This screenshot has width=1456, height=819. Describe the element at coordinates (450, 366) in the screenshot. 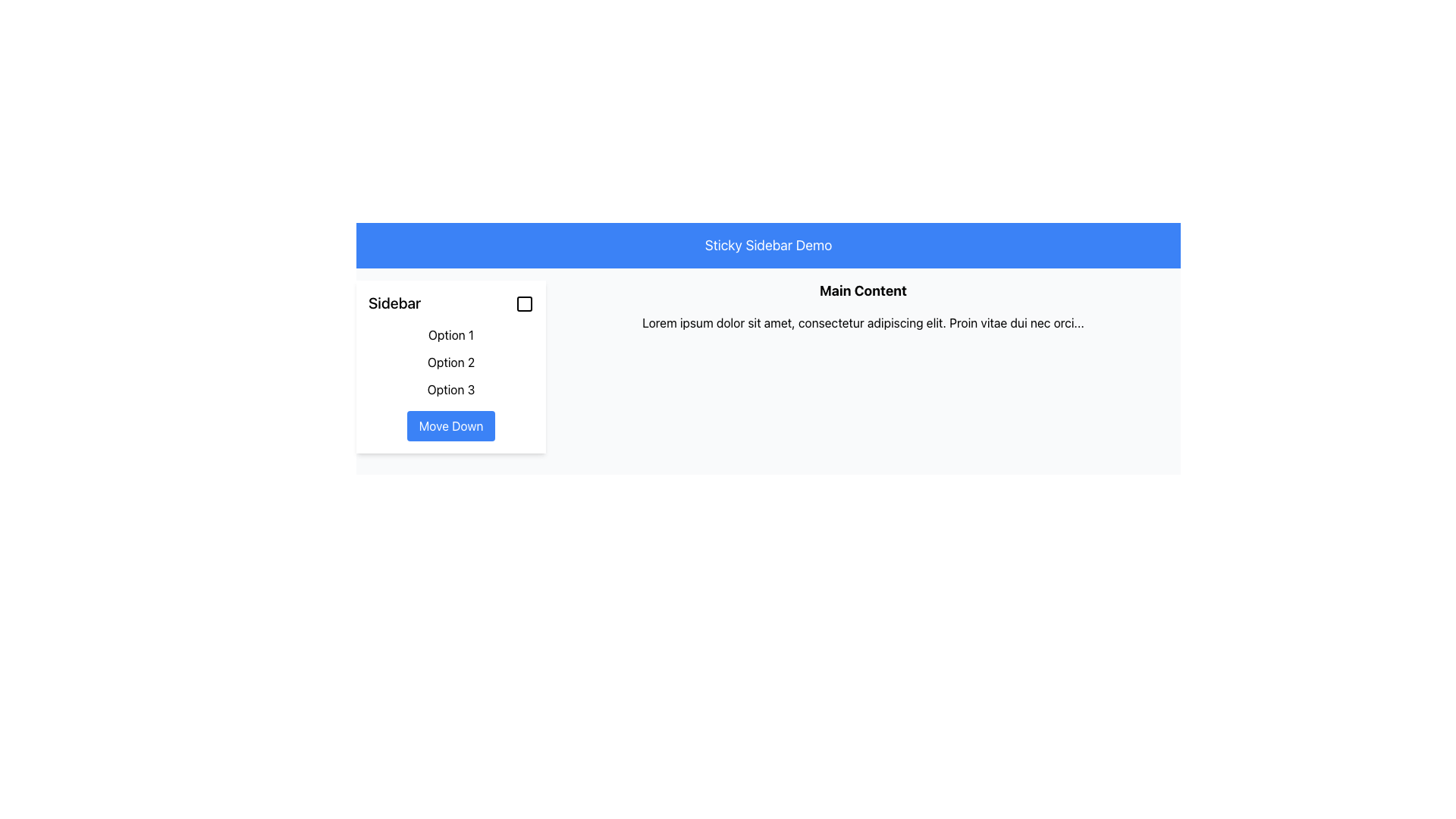

I see `the textual link labeled 'Option 2' in the sidebar panel` at that location.